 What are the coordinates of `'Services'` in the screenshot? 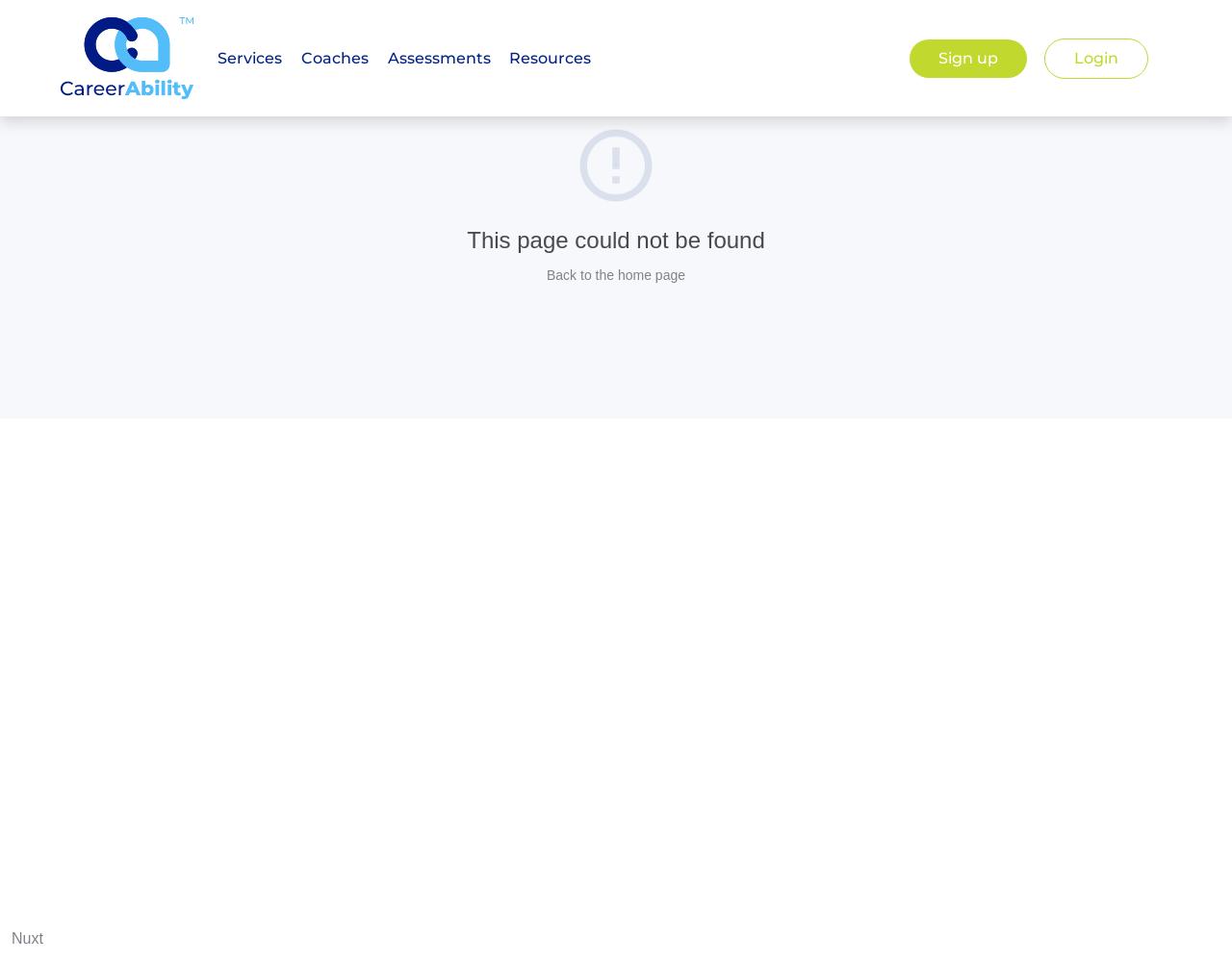 It's located at (248, 57).